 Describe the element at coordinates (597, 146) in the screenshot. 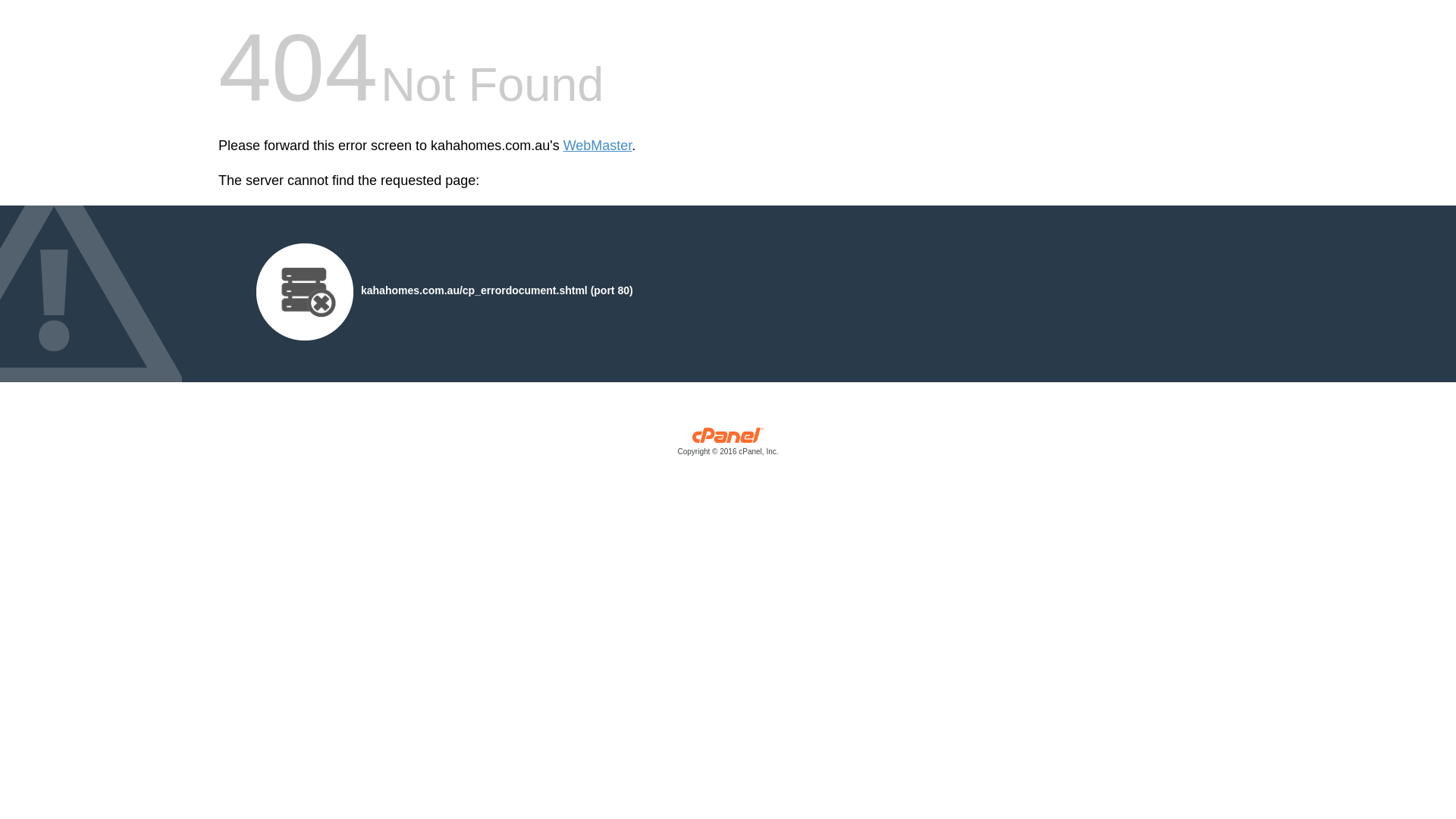

I see `'WebMaster'` at that location.